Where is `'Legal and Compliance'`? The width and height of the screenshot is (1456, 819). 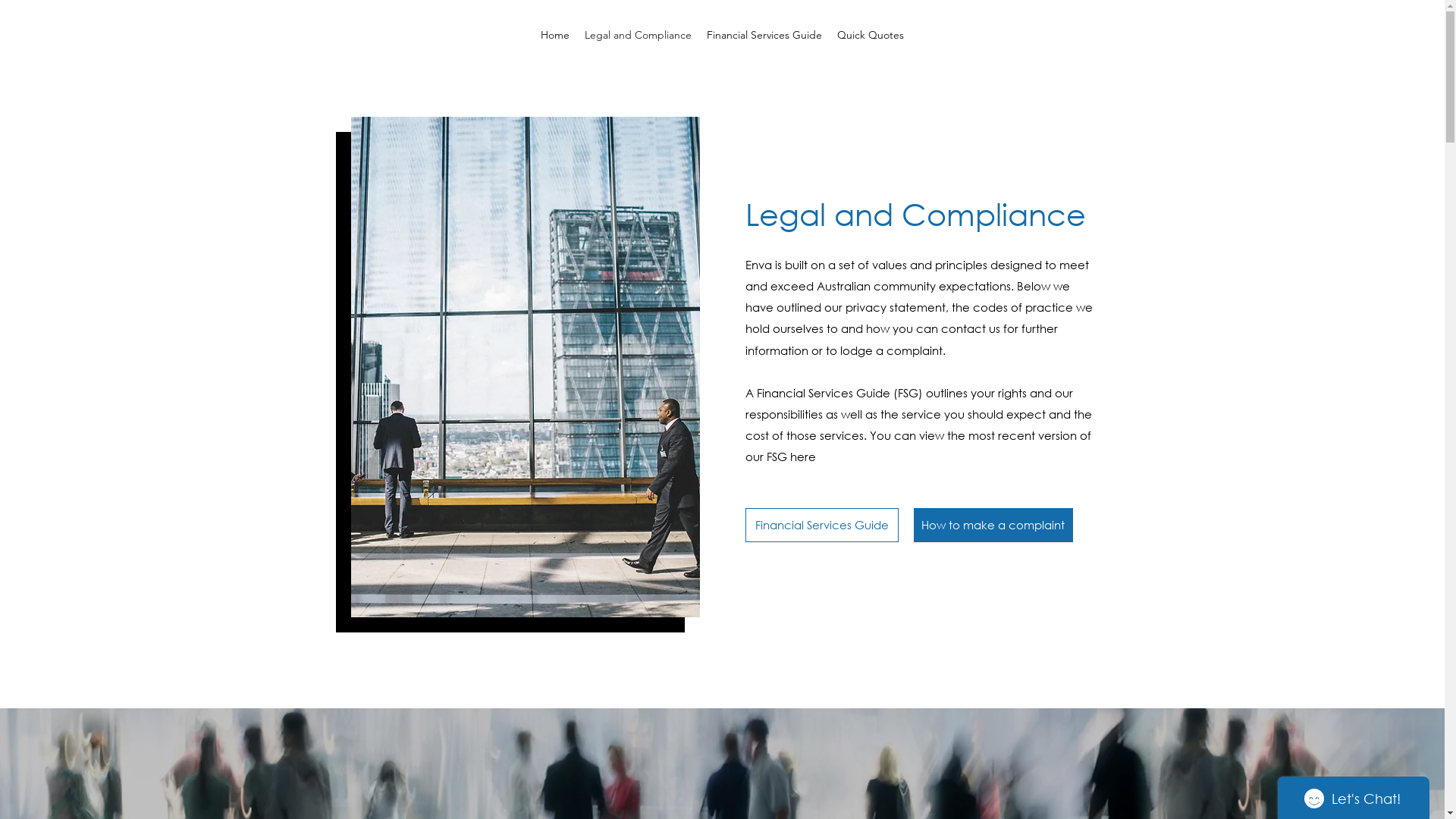
'Legal and Compliance' is located at coordinates (576, 34).